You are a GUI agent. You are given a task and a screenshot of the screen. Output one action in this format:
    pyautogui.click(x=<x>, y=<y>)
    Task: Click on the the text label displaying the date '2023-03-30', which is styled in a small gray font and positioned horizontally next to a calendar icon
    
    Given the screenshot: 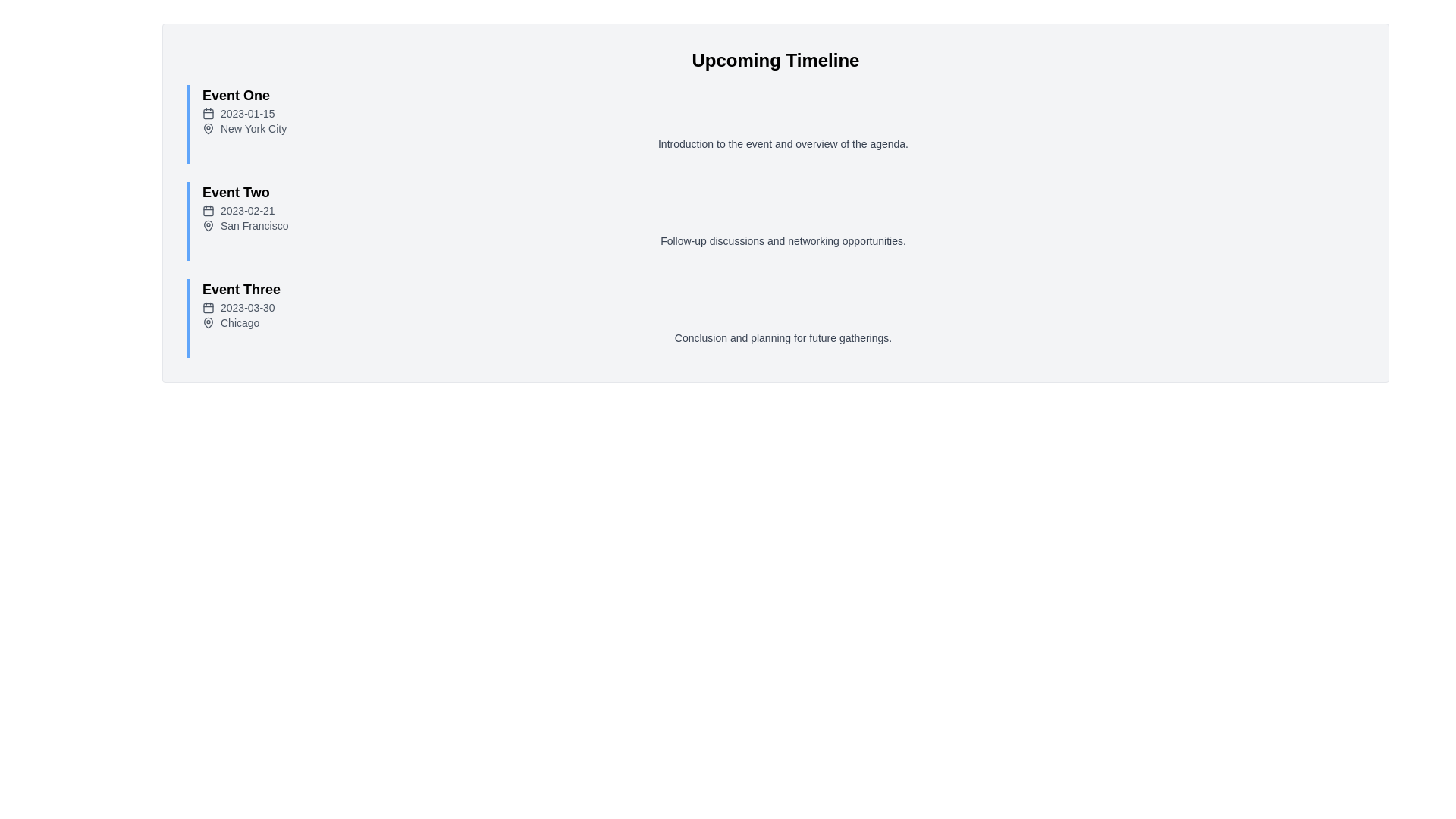 What is the action you would take?
    pyautogui.click(x=247, y=307)
    